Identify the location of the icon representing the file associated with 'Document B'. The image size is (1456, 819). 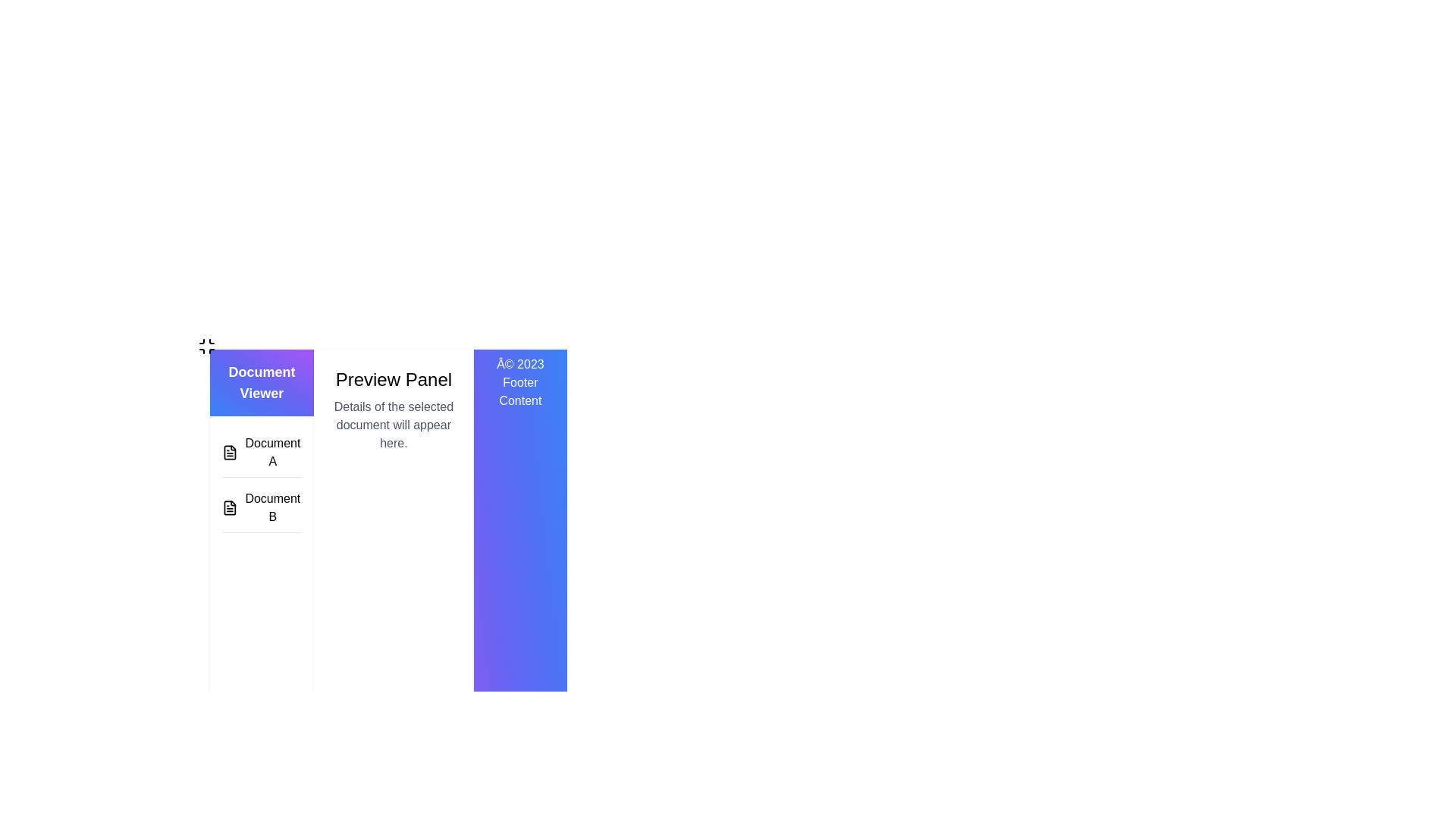
(228, 508).